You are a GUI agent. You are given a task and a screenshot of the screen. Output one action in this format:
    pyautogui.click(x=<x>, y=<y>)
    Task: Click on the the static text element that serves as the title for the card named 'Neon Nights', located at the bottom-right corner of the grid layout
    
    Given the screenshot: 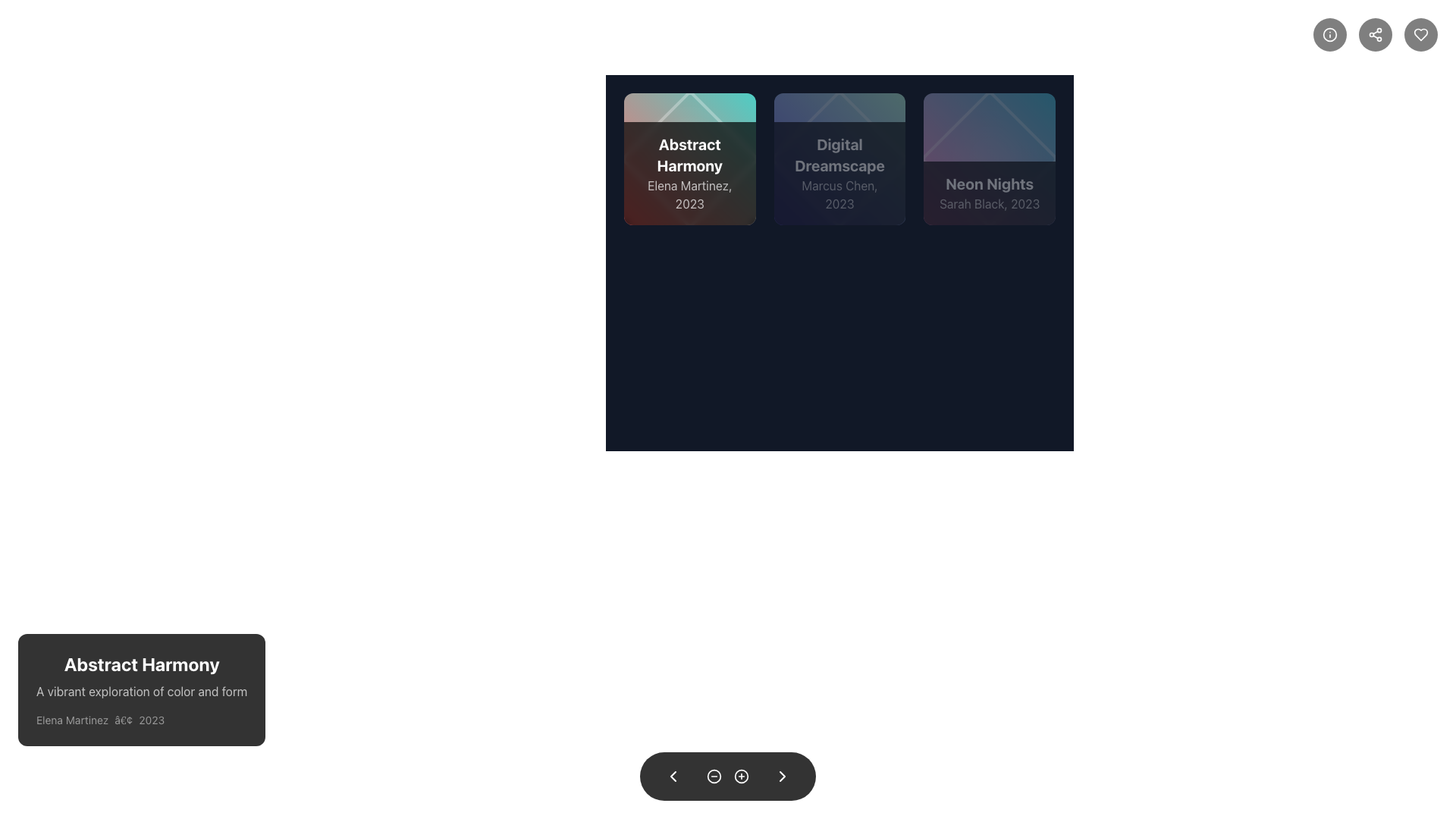 What is the action you would take?
    pyautogui.click(x=990, y=183)
    